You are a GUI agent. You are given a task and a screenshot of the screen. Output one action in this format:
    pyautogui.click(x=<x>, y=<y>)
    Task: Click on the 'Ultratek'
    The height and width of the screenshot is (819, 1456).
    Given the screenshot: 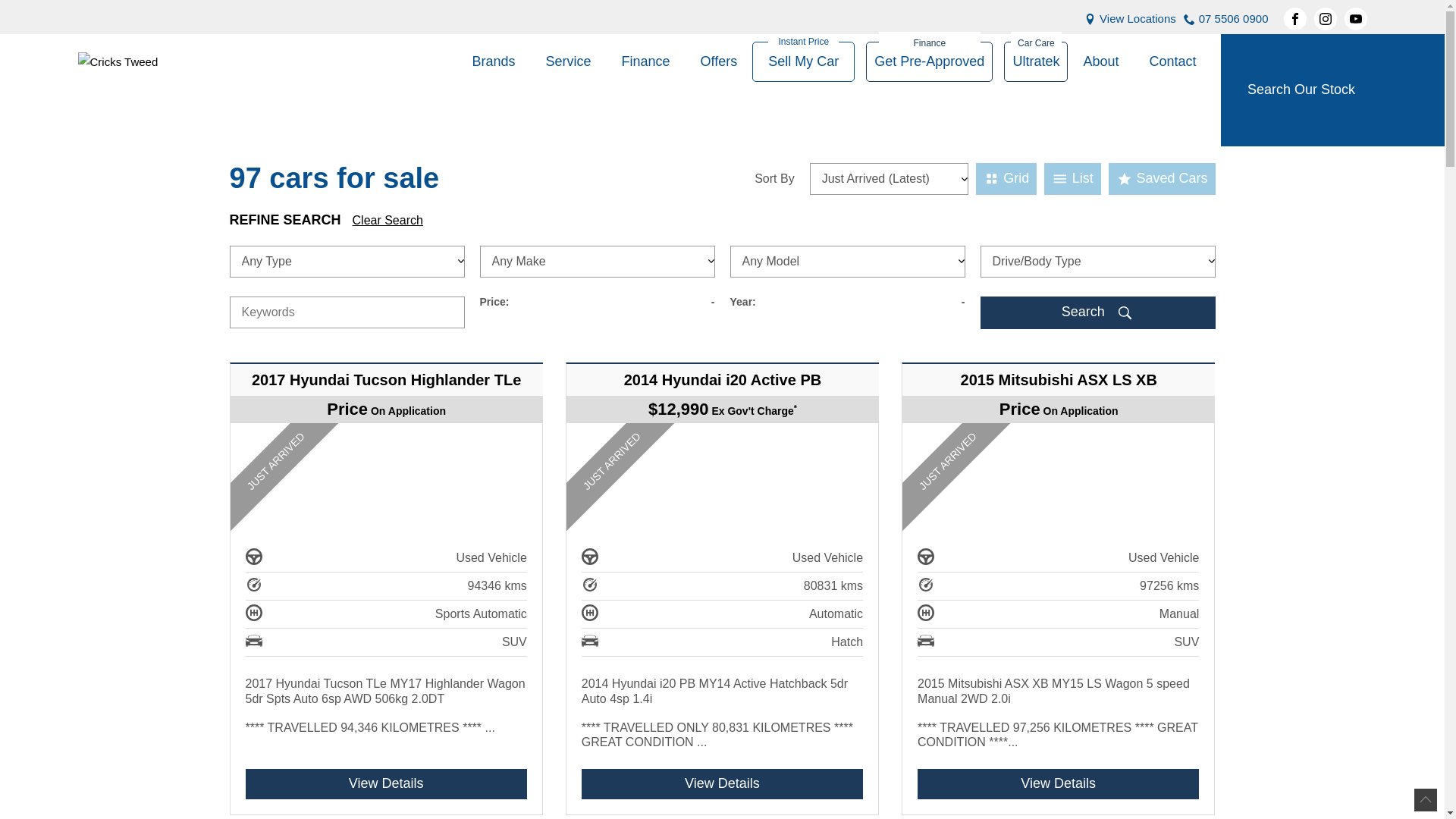 What is the action you would take?
    pyautogui.click(x=1004, y=61)
    